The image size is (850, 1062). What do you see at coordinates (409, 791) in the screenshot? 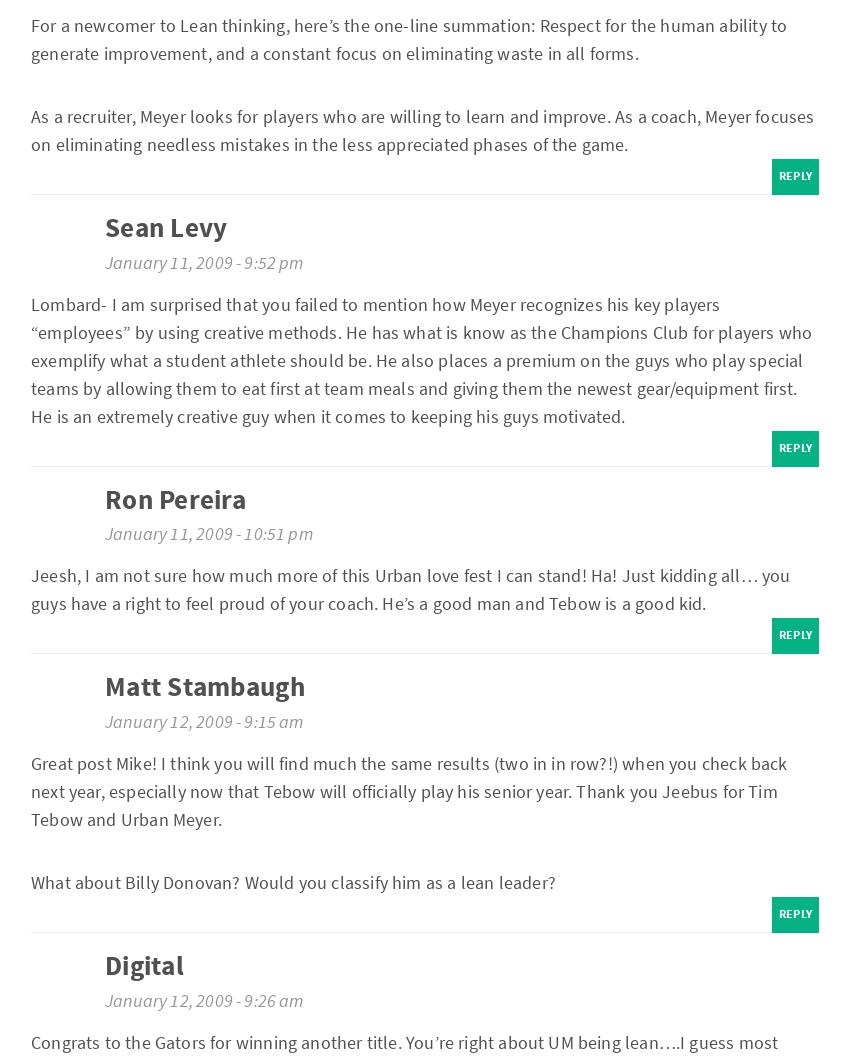
I see `'Great post Mike! I think you will find much the same results (two in in row?!) when you check back next year, especially now that Tebow will officially play his senior year.  Thank you Jeebus for Tim Tebow and Urban Meyer.'` at bounding box center [409, 791].